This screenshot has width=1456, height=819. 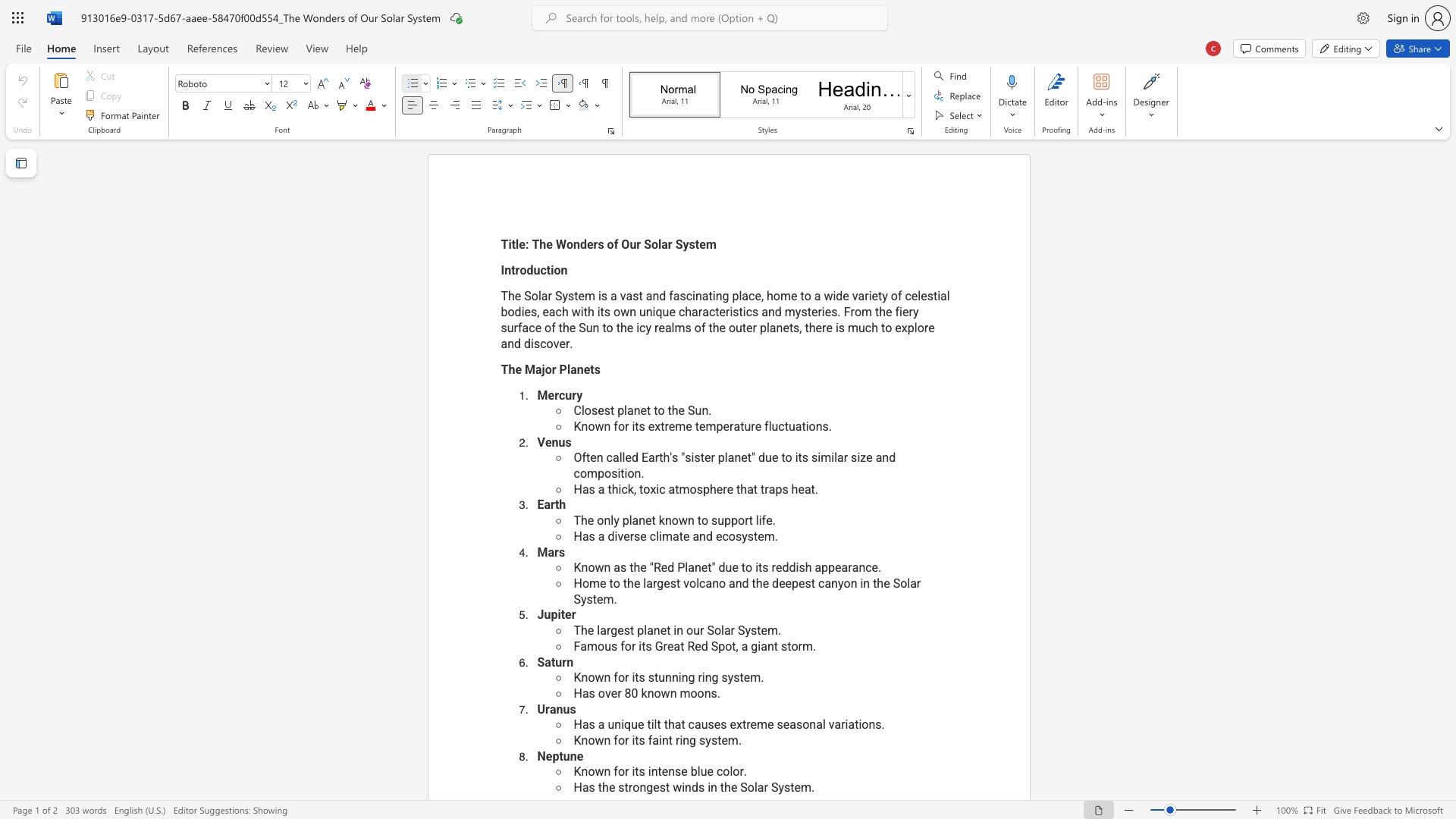 What do you see at coordinates (649, 786) in the screenshot?
I see `the 1th character "g" in the text` at bounding box center [649, 786].